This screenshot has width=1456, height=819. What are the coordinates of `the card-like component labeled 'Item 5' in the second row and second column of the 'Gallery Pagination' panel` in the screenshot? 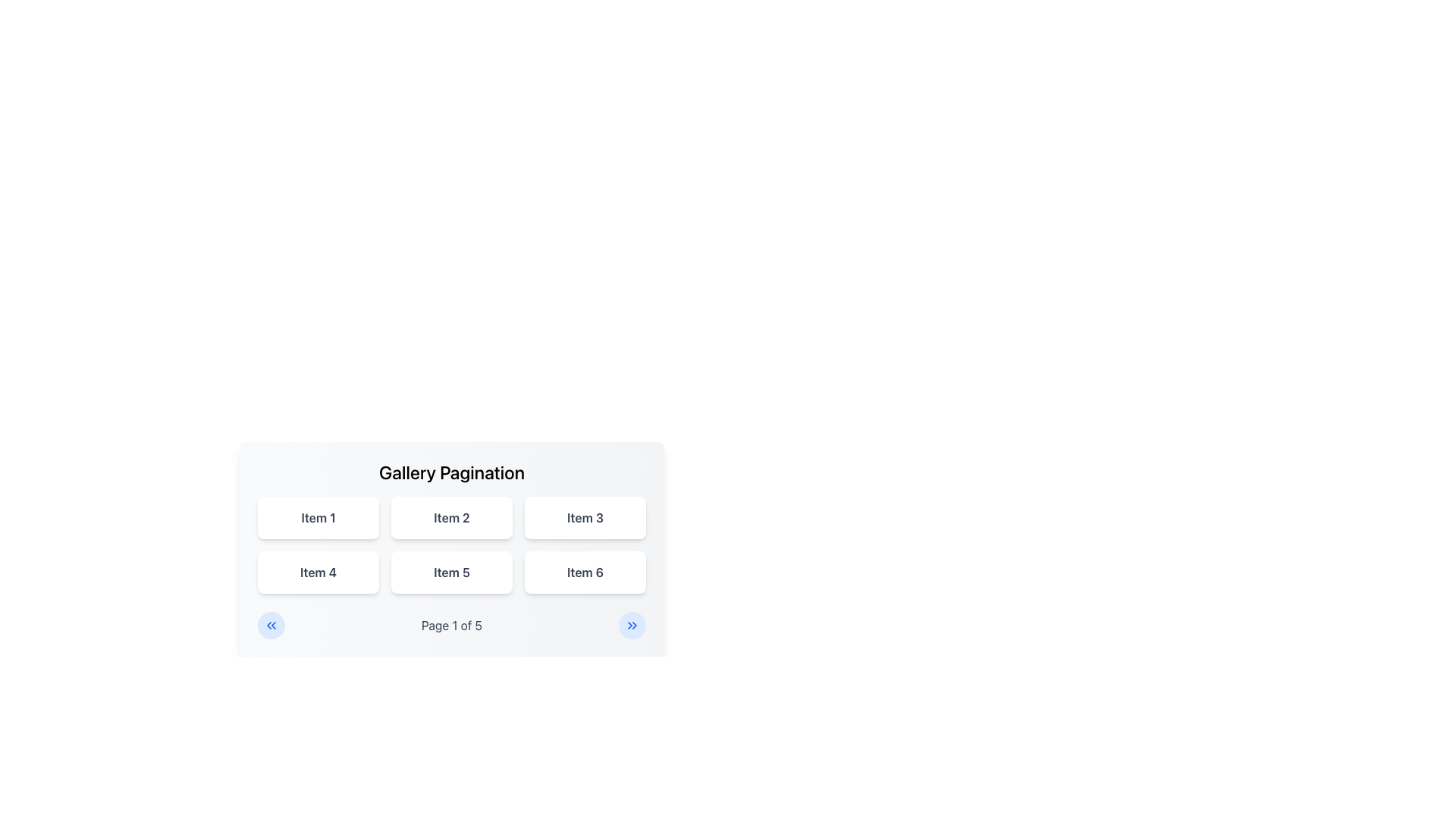 It's located at (450, 550).